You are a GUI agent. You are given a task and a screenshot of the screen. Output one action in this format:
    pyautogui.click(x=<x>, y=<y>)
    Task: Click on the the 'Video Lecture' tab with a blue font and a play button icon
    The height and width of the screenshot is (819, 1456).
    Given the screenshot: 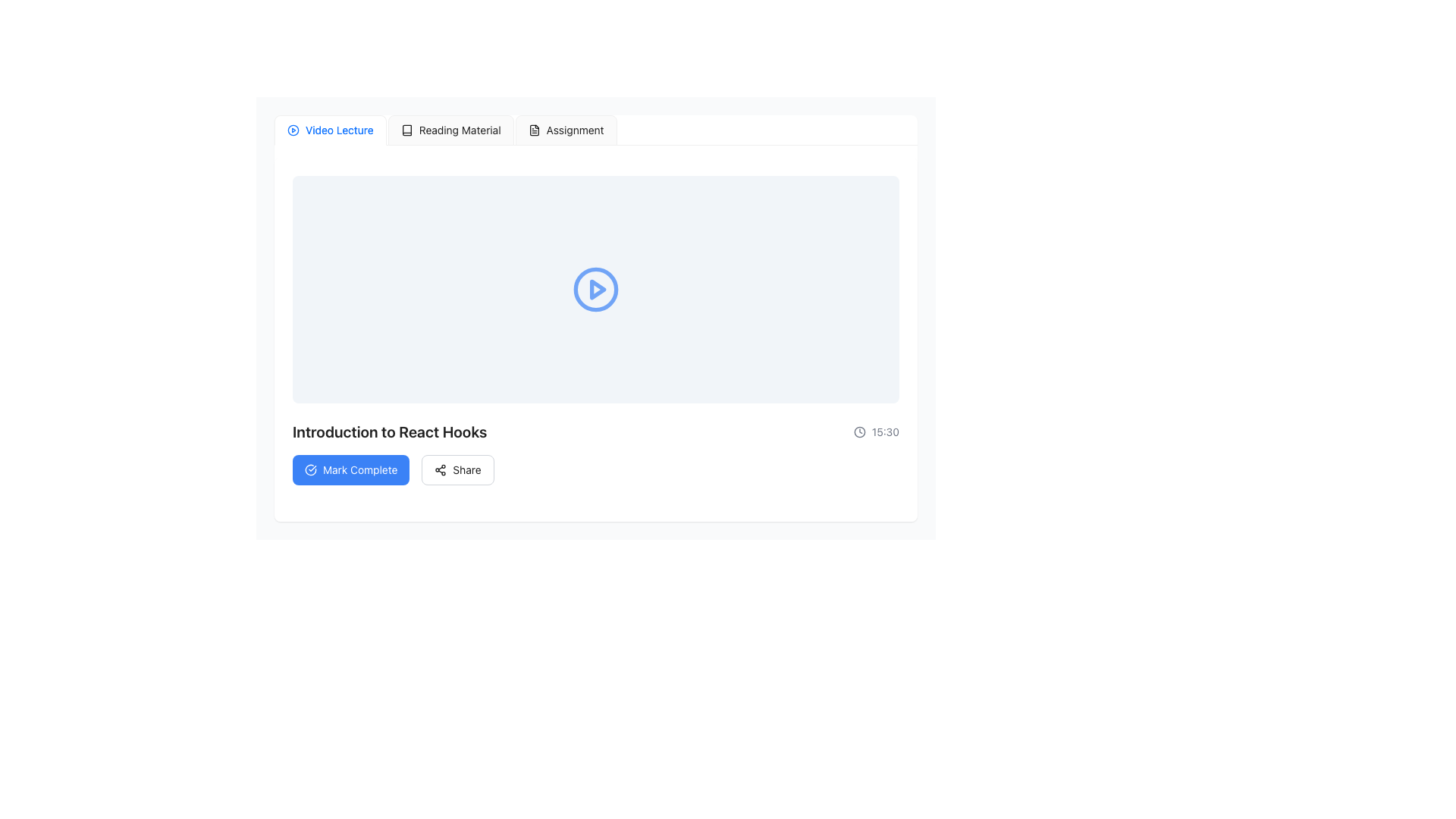 What is the action you would take?
    pyautogui.click(x=329, y=130)
    